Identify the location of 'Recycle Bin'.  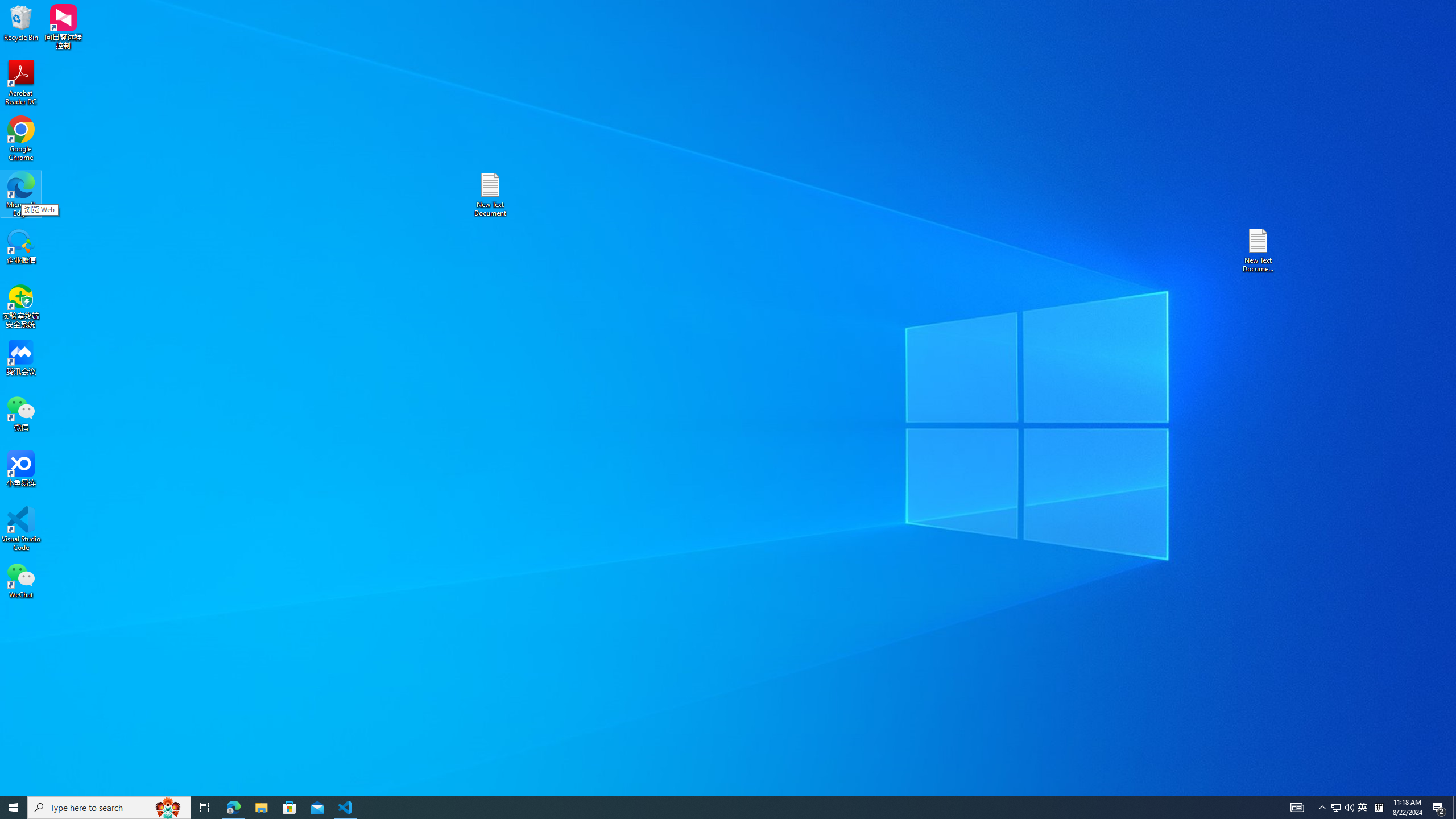
(20, 22).